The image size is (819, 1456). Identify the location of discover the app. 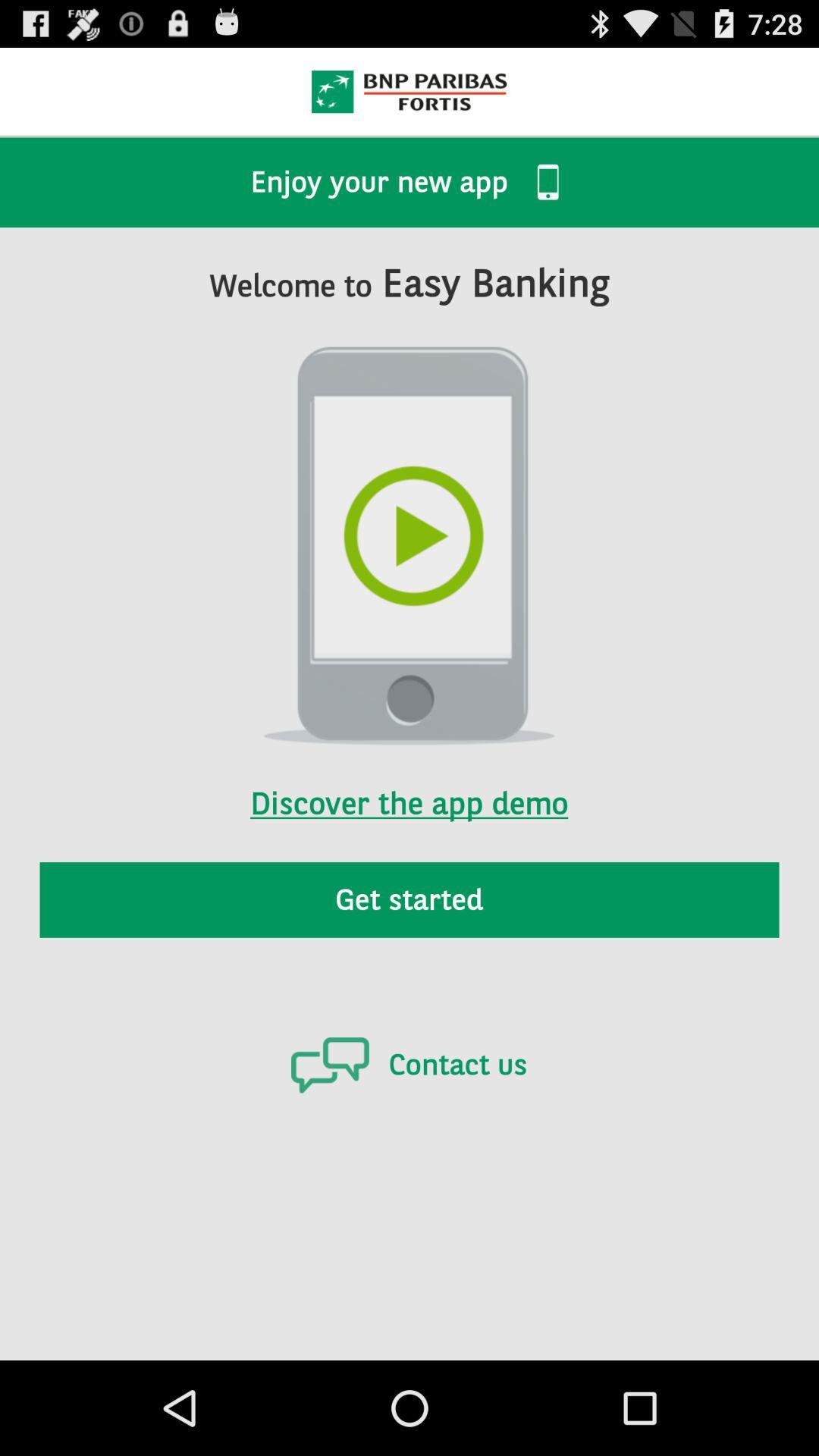
(408, 783).